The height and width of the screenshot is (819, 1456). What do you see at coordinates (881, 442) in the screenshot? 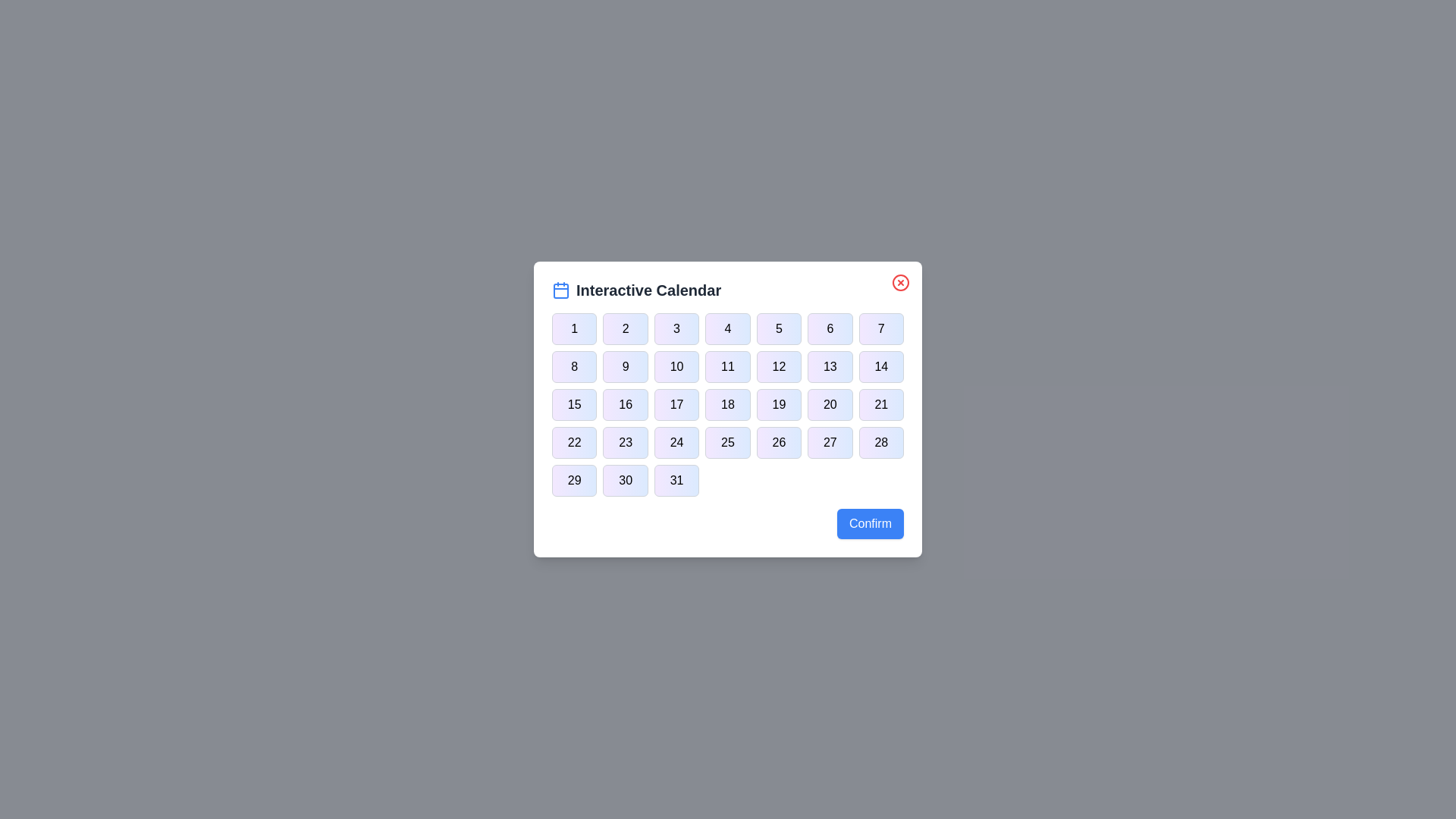
I see `the button corresponding to day 28 in the calendar` at bounding box center [881, 442].